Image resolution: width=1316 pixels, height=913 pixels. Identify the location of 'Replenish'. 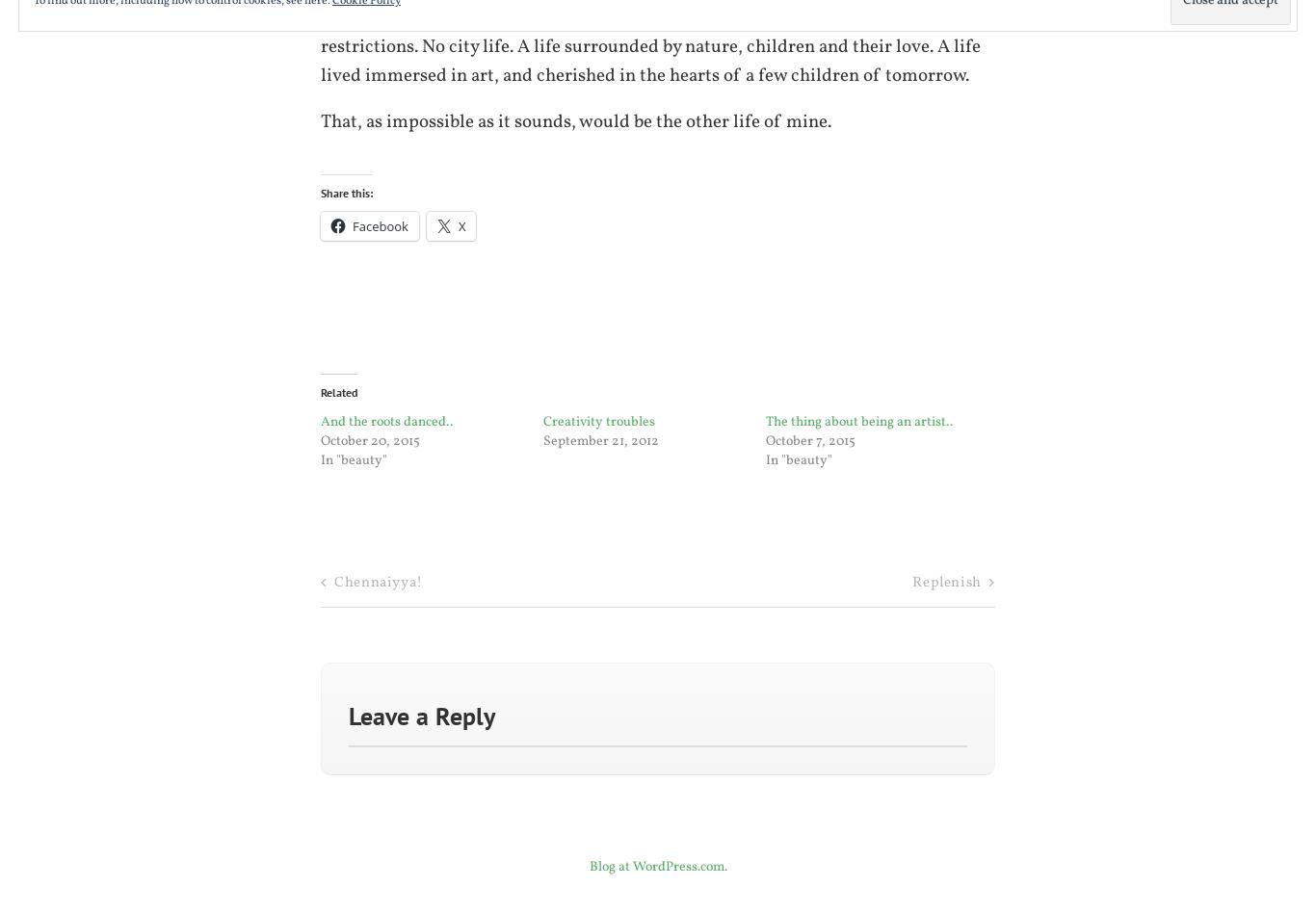
(946, 582).